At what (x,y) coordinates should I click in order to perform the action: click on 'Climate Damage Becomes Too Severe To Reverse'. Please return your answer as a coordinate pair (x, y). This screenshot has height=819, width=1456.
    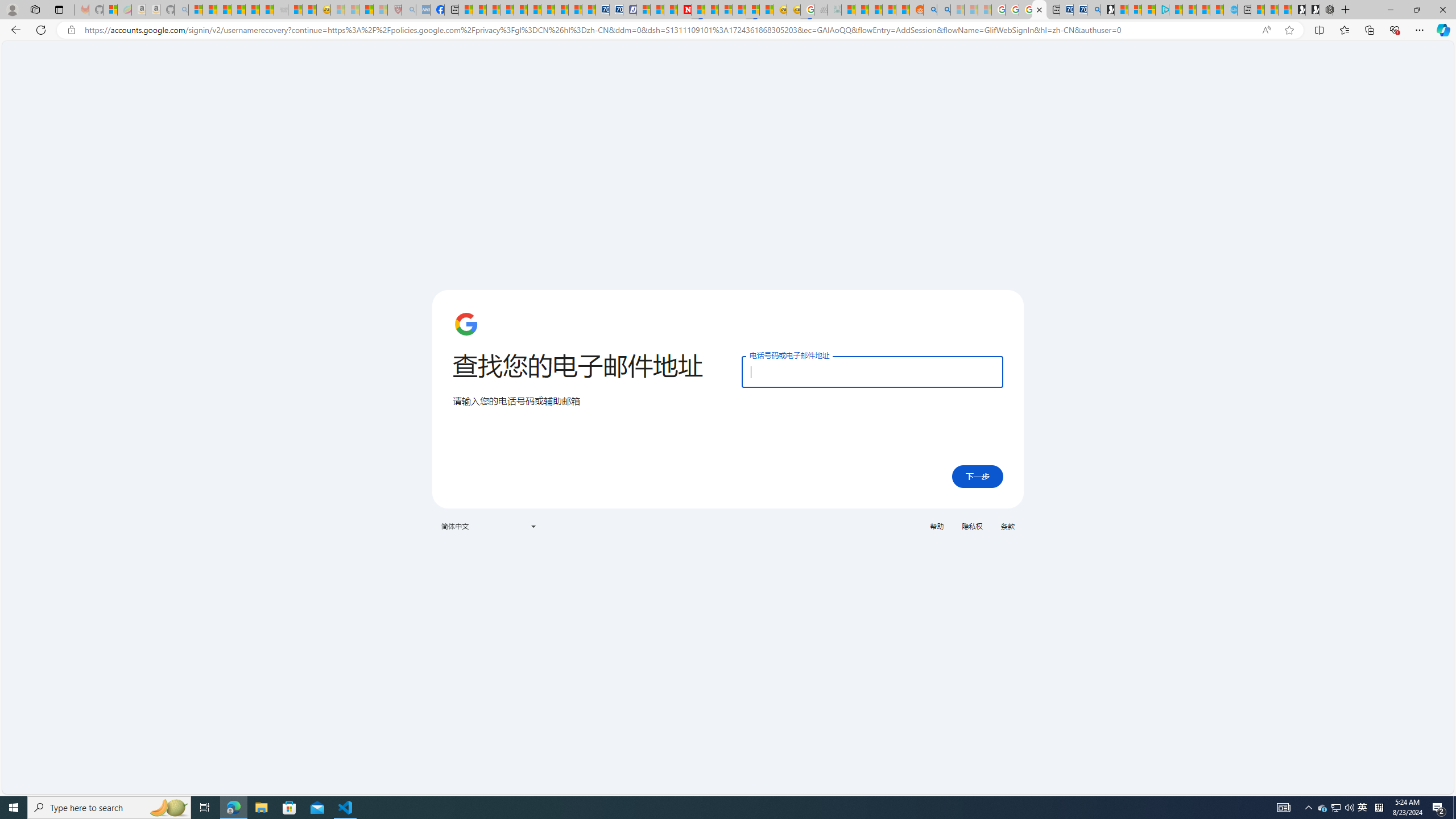
    Looking at the image, I should click on (506, 9).